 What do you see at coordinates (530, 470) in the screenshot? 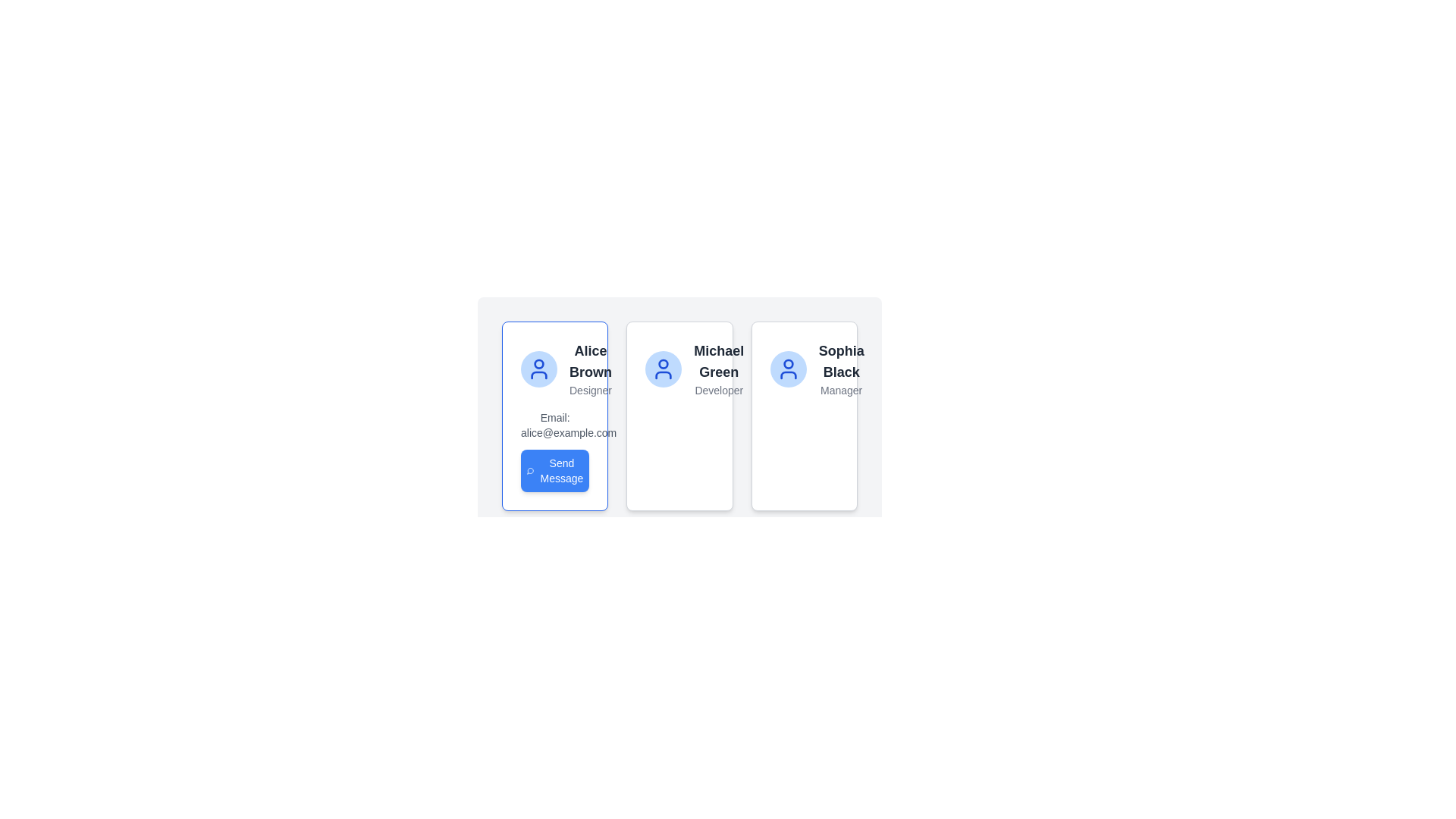
I see `the messaging icon located to the left of the 'Send Message' text within the button` at bounding box center [530, 470].